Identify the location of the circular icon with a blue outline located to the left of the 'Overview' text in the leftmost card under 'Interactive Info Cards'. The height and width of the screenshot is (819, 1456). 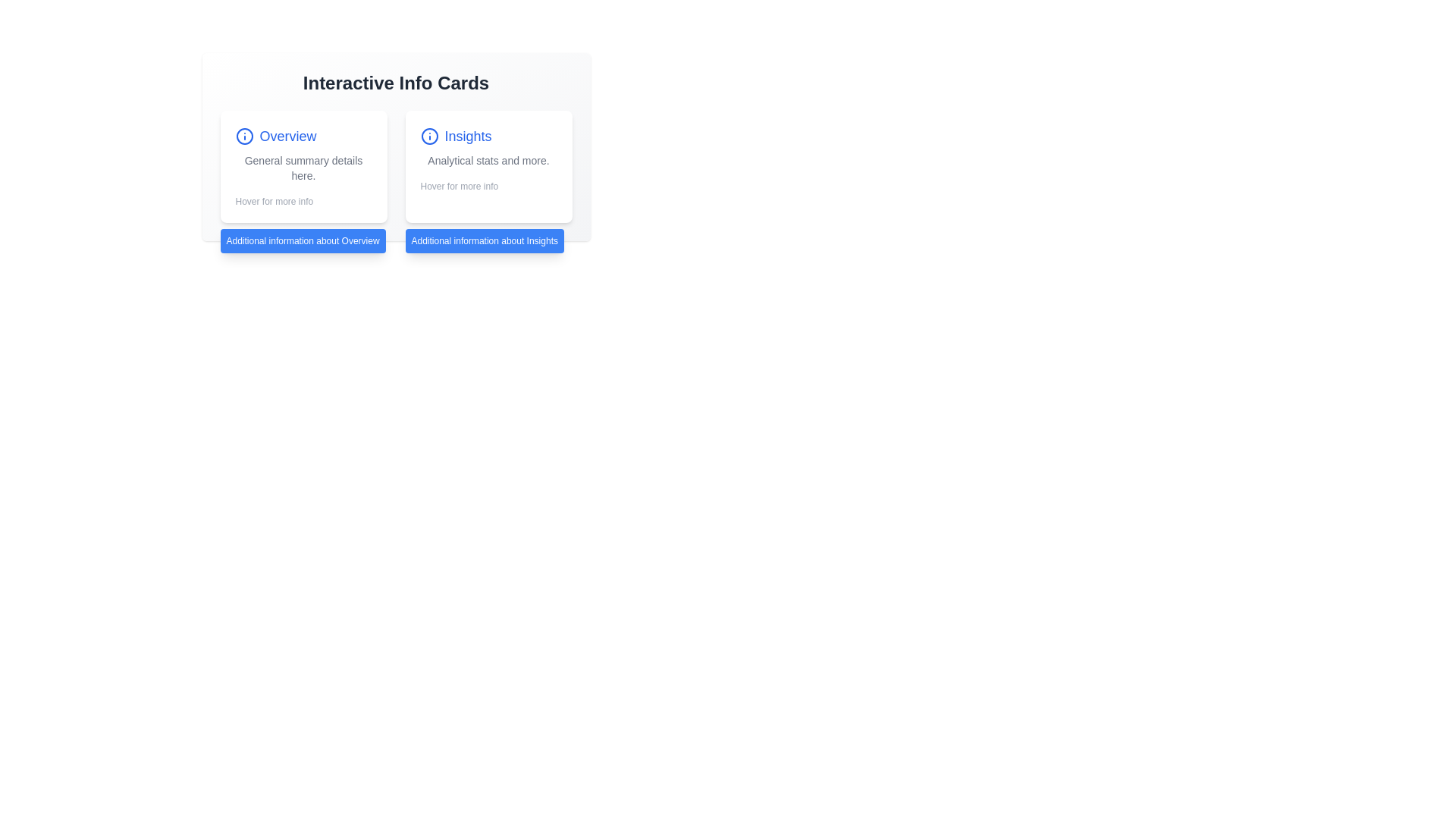
(244, 136).